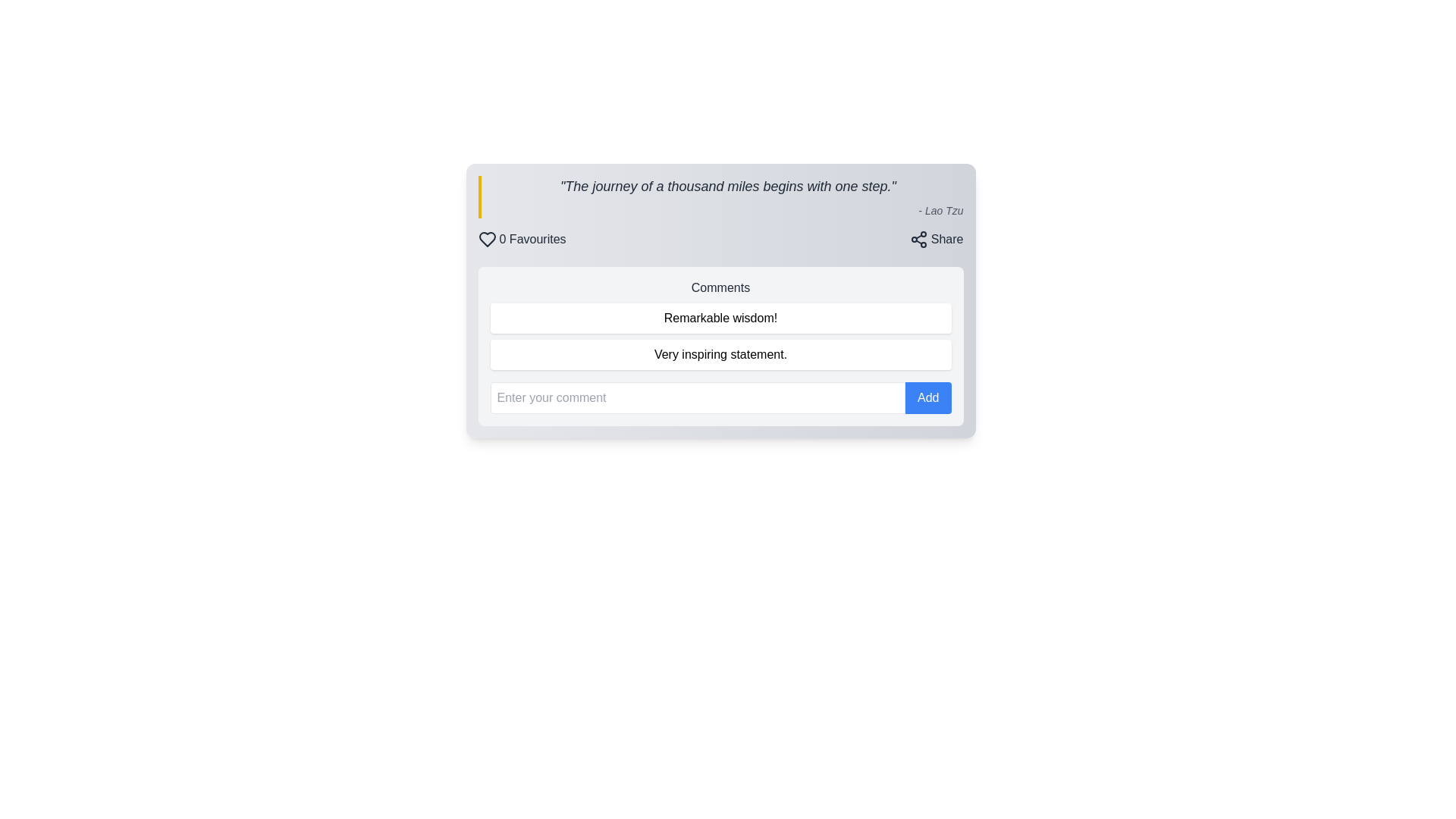 Image resolution: width=1456 pixels, height=819 pixels. Describe the element at coordinates (532, 239) in the screenshot. I see `the Text label that displays the number of favorites (currently zero), located in the middle-left section of the interface below a motivational quote and near the left edge of the comment section, adjacent to the heart icon` at that location.